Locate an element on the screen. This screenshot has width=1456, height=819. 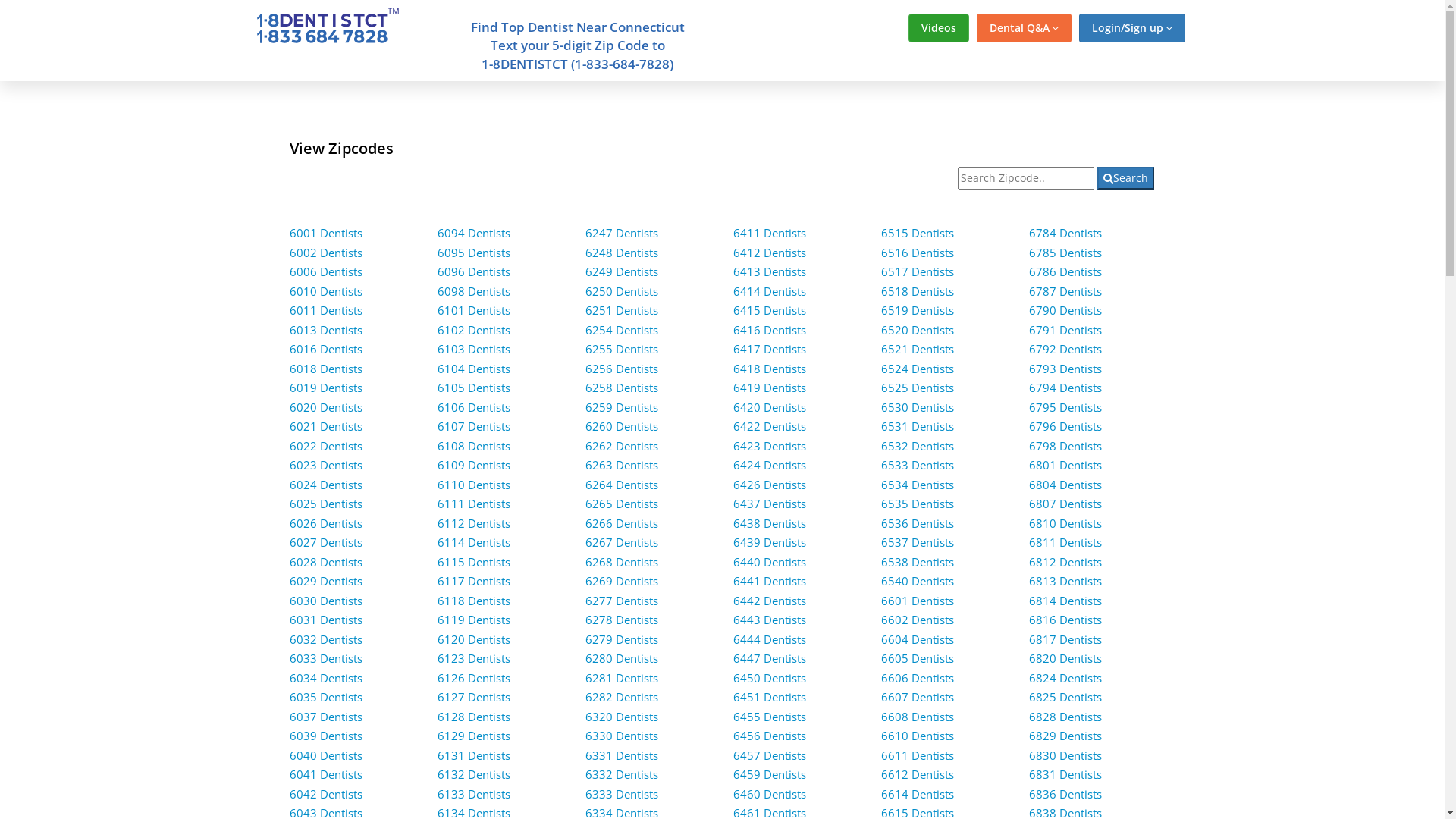
'6801 Dentists' is located at coordinates (1065, 464).